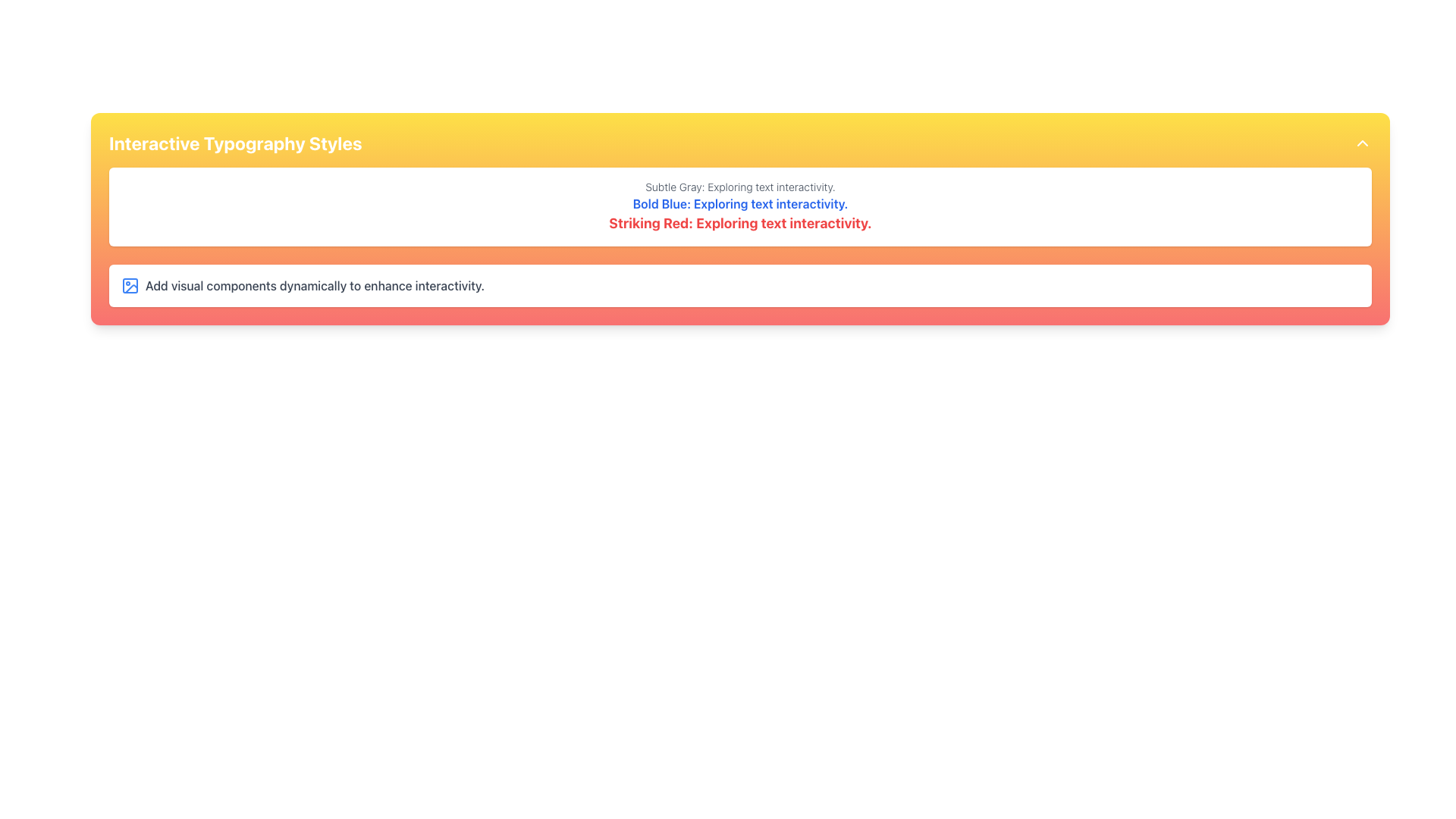 The height and width of the screenshot is (819, 1456). I want to click on the instructional text element located inside a highlighted panel below the 'Interactive Typography Styles' header, positioned to the right of an image icon, so click(314, 286).